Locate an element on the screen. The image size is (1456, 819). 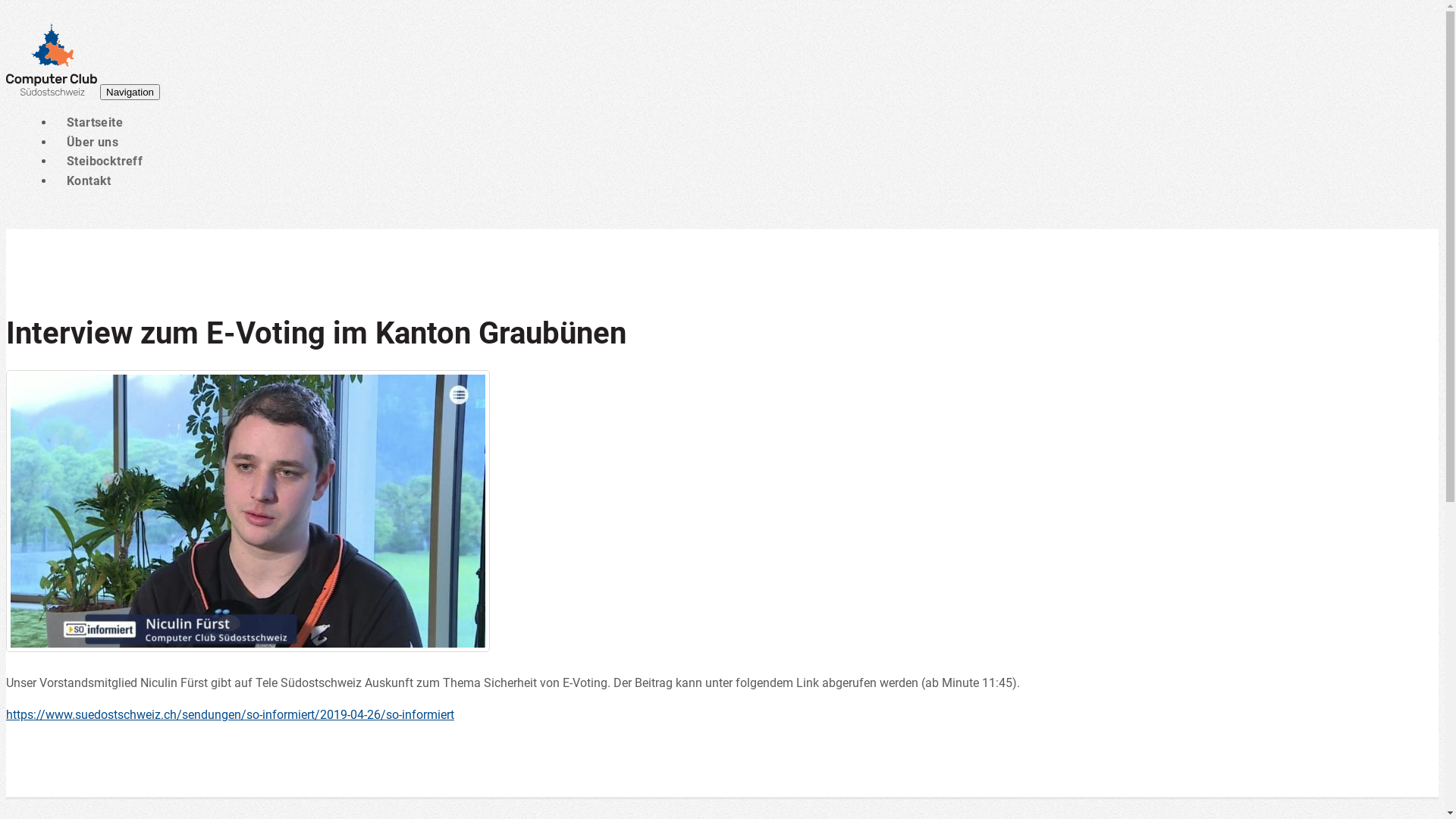
'Navigation' is located at coordinates (130, 92).